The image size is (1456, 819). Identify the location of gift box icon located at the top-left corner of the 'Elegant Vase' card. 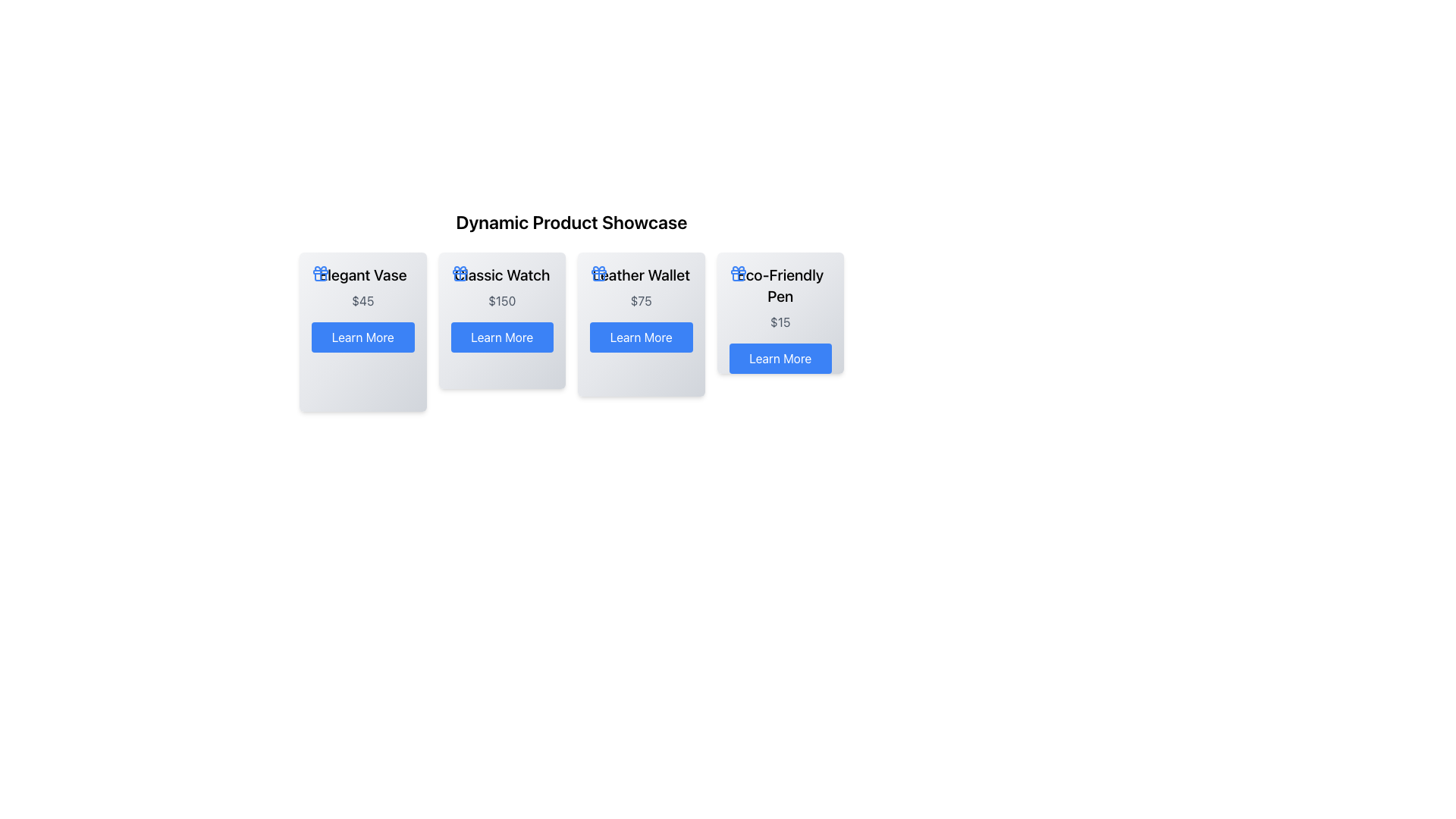
(319, 274).